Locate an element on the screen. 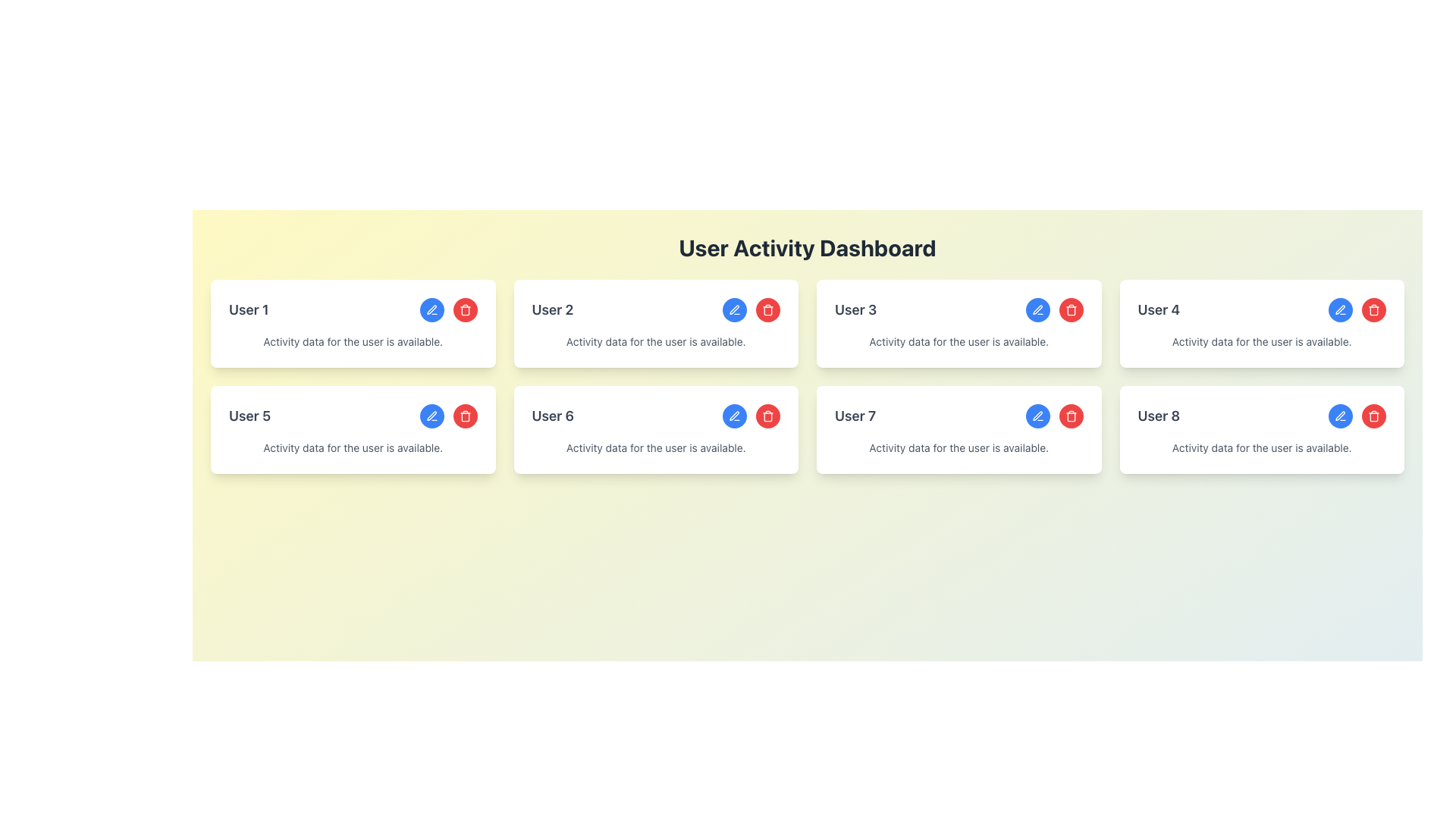 This screenshot has height=819, width=1456. the circular button with a blue background and white pen icon, located to the right of the 'User 5' card in the user activity dashboard is located at coordinates (431, 416).